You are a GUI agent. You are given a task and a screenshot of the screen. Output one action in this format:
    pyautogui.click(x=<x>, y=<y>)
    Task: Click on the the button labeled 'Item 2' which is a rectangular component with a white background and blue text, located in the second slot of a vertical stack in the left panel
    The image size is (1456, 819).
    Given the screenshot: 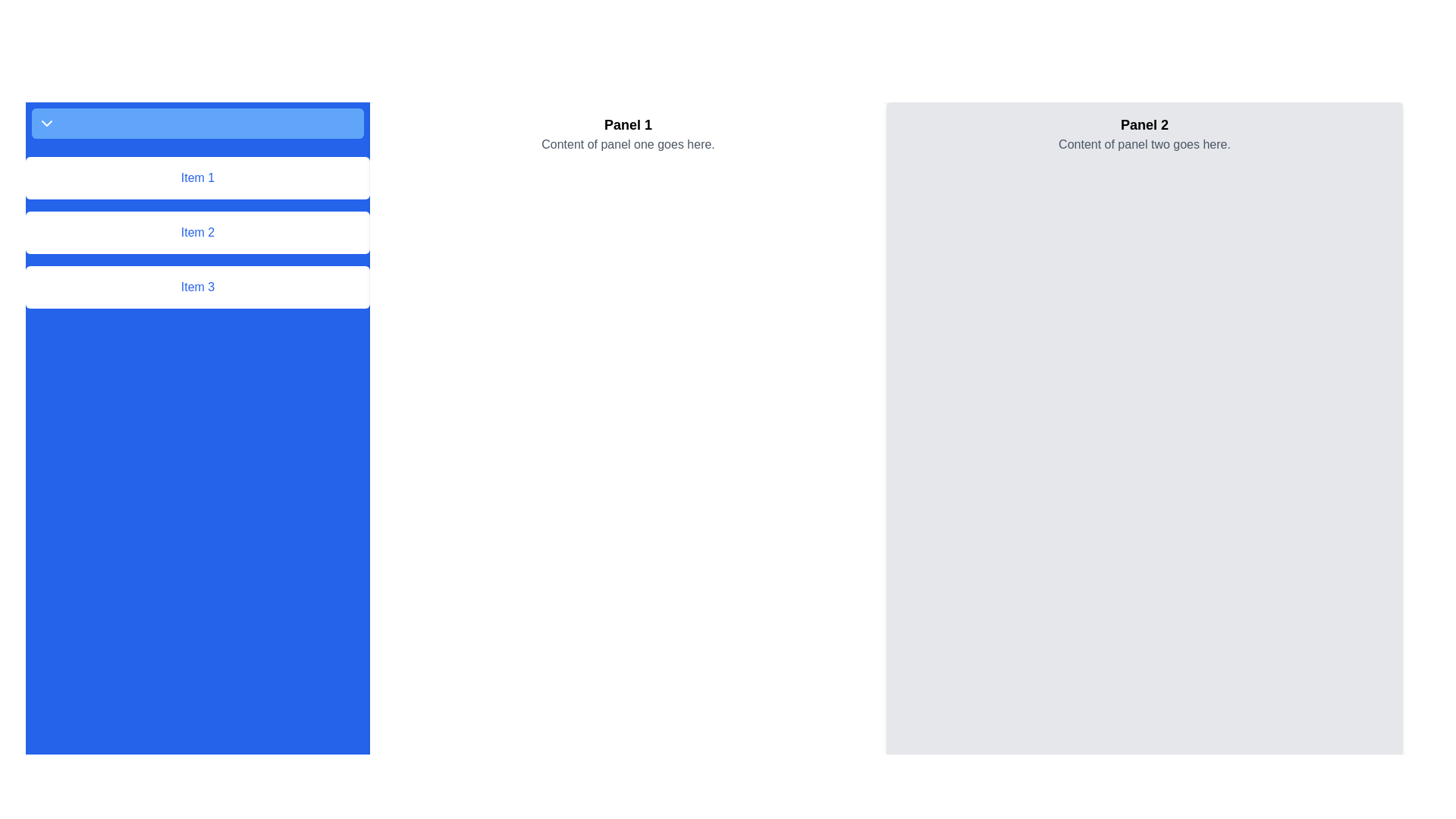 What is the action you would take?
    pyautogui.click(x=196, y=233)
    